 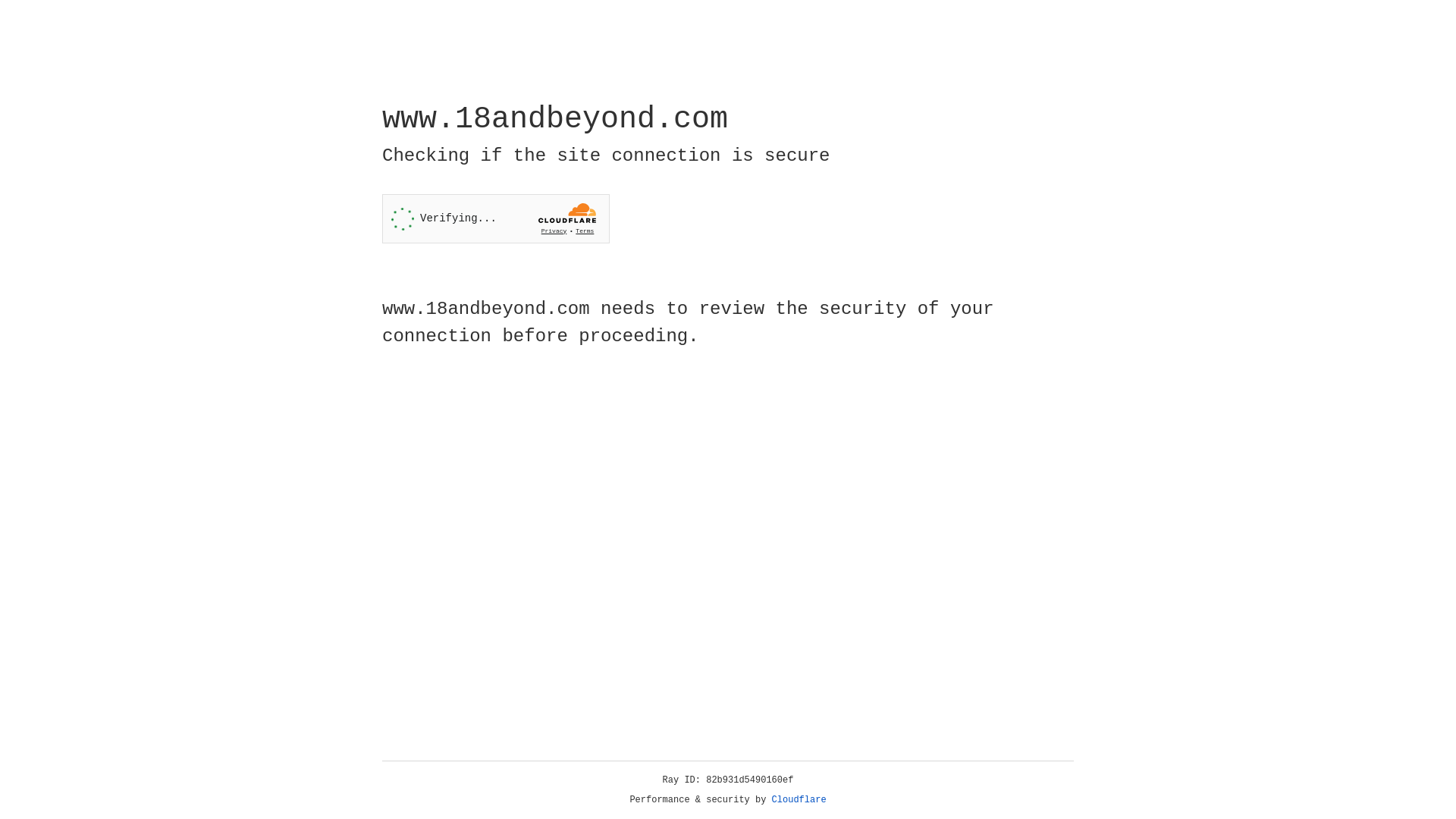 What do you see at coordinates (495, 218) in the screenshot?
I see `'Widget containing a Cloudflare security challenge'` at bounding box center [495, 218].